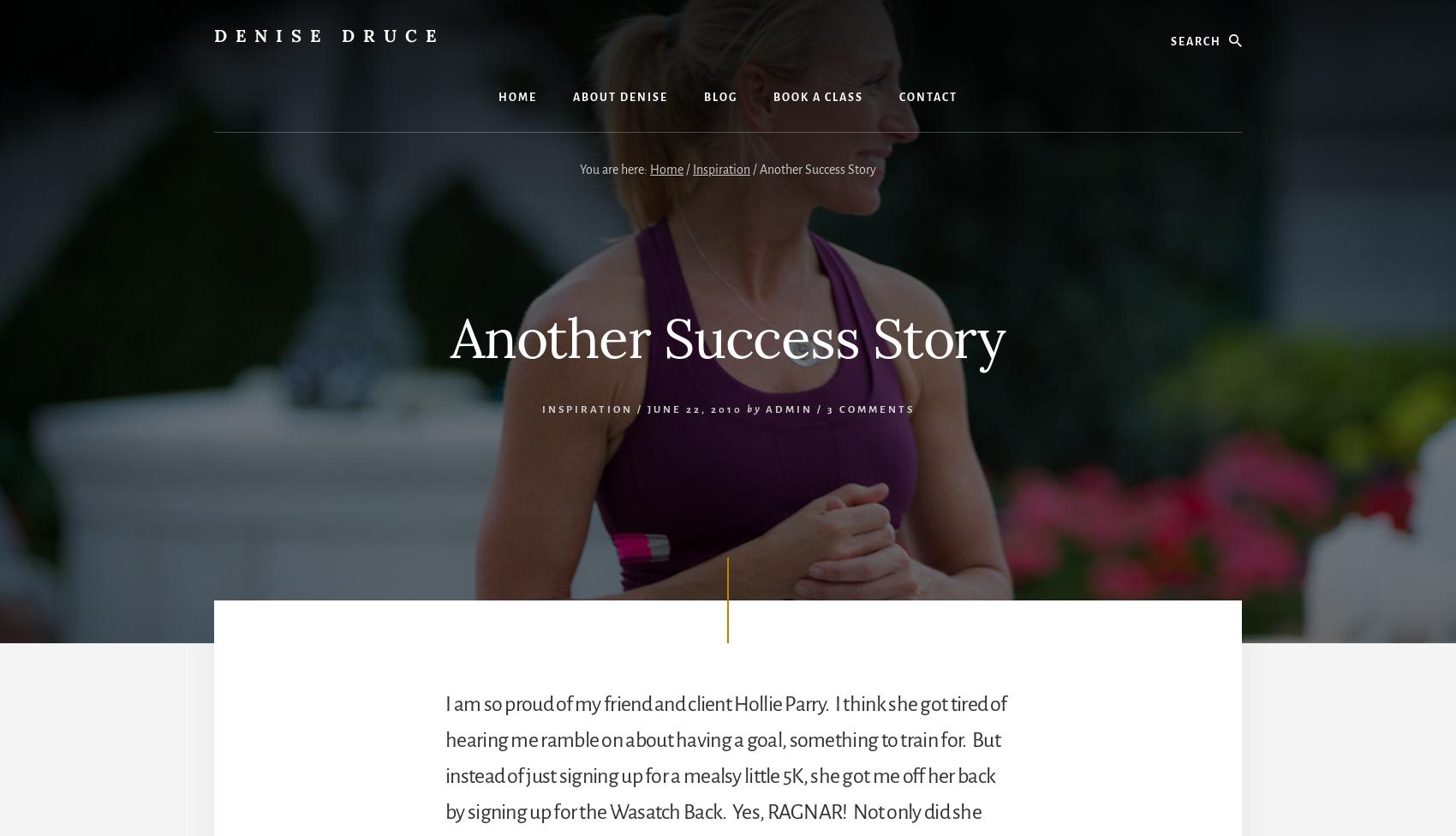 The image size is (1456, 836). Describe the element at coordinates (214, 35) in the screenshot. I see `'Denise Druce'` at that location.